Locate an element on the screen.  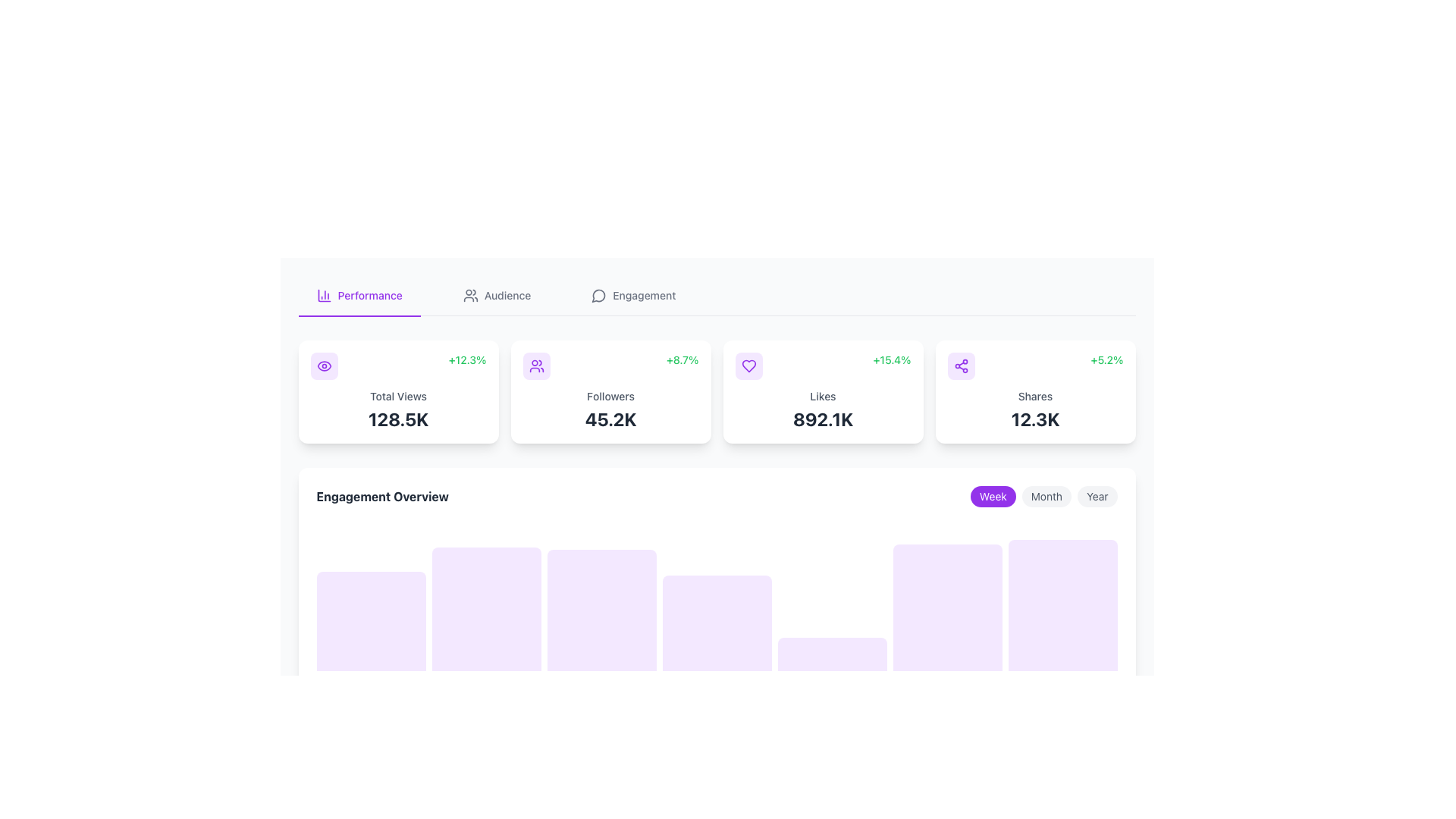
displayed information from the Card representation of a data metric, which shows the statistic '12.3K' for 'Shares' in the upper-right corner of the grid under the 'Performance' tab is located at coordinates (1034, 391).